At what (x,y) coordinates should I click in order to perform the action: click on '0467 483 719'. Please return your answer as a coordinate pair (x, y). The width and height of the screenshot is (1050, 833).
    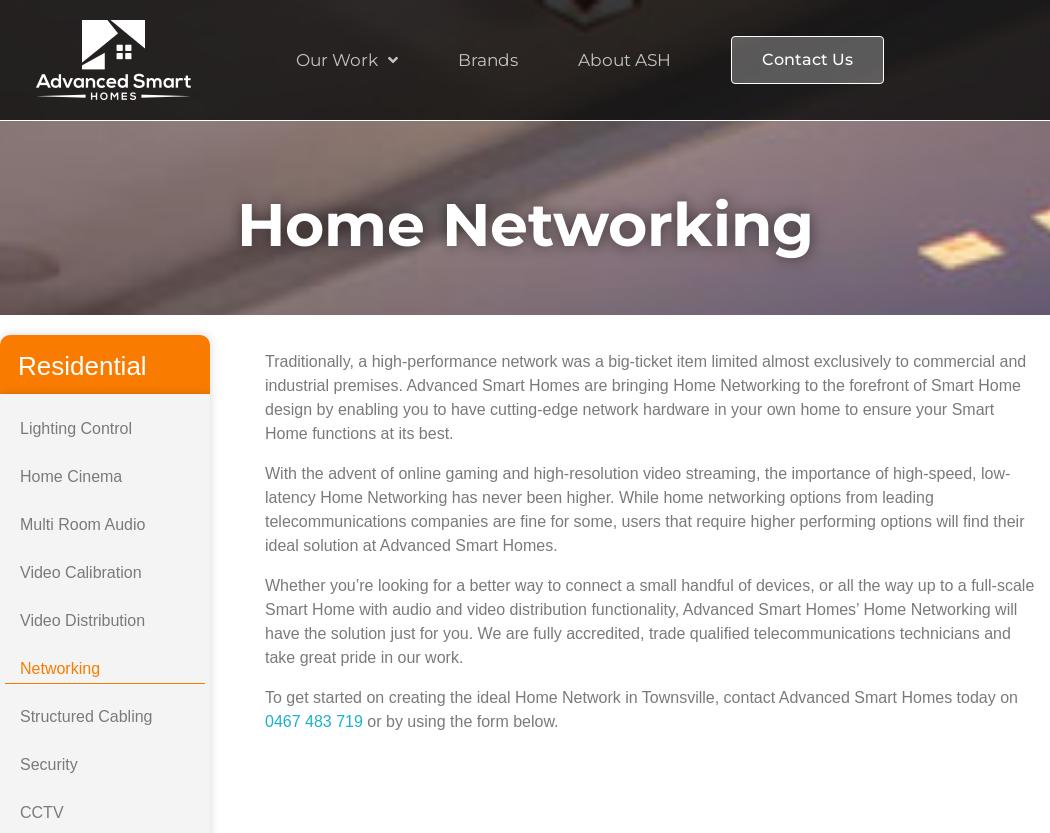
    Looking at the image, I should click on (313, 721).